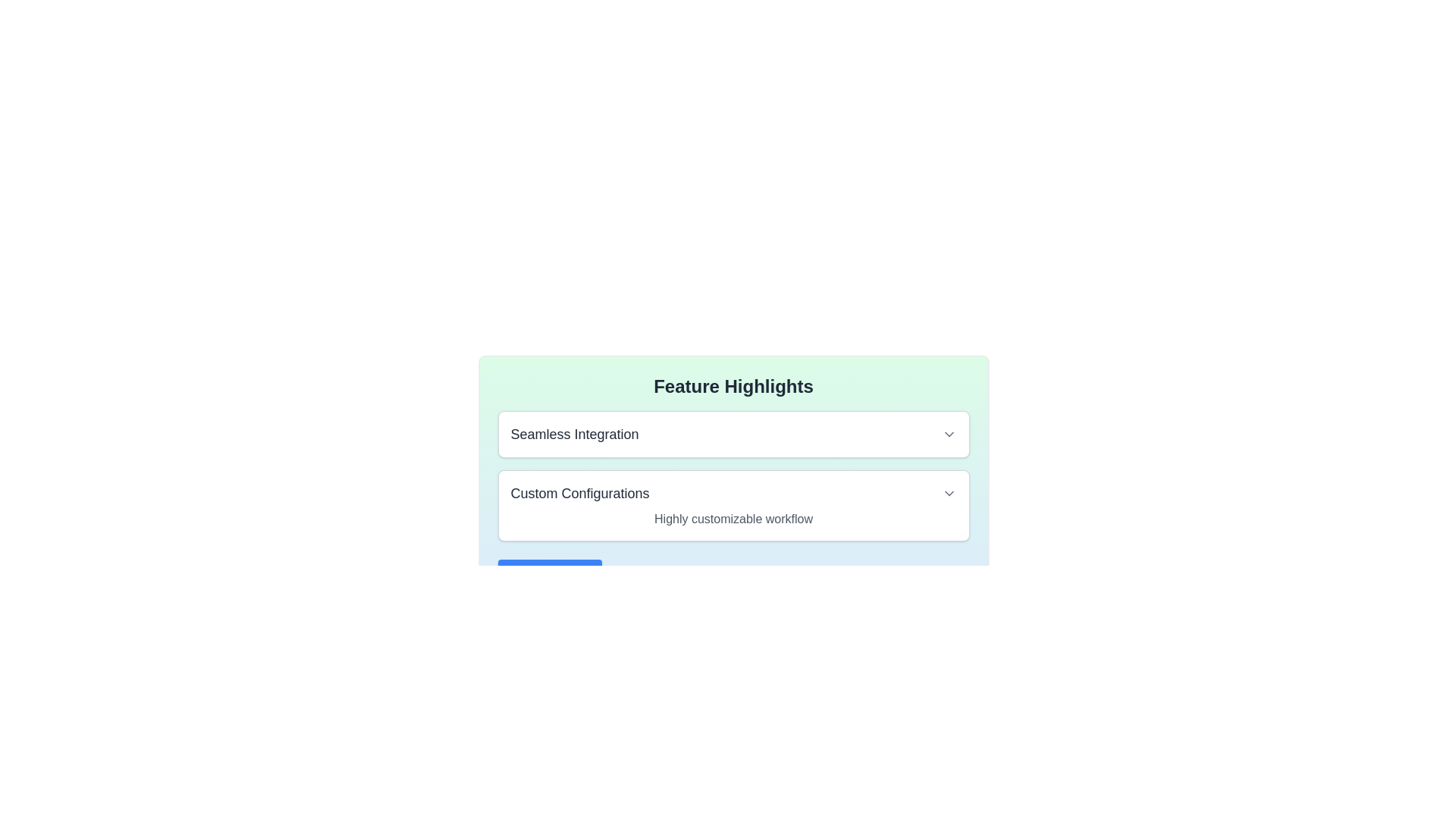 The width and height of the screenshot is (1456, 819). I want to click on the Static text header that identifies the theme of the content below, which highlights features such as 'Seamless Integration' and 'Custom Configurations', so click(733, 385).